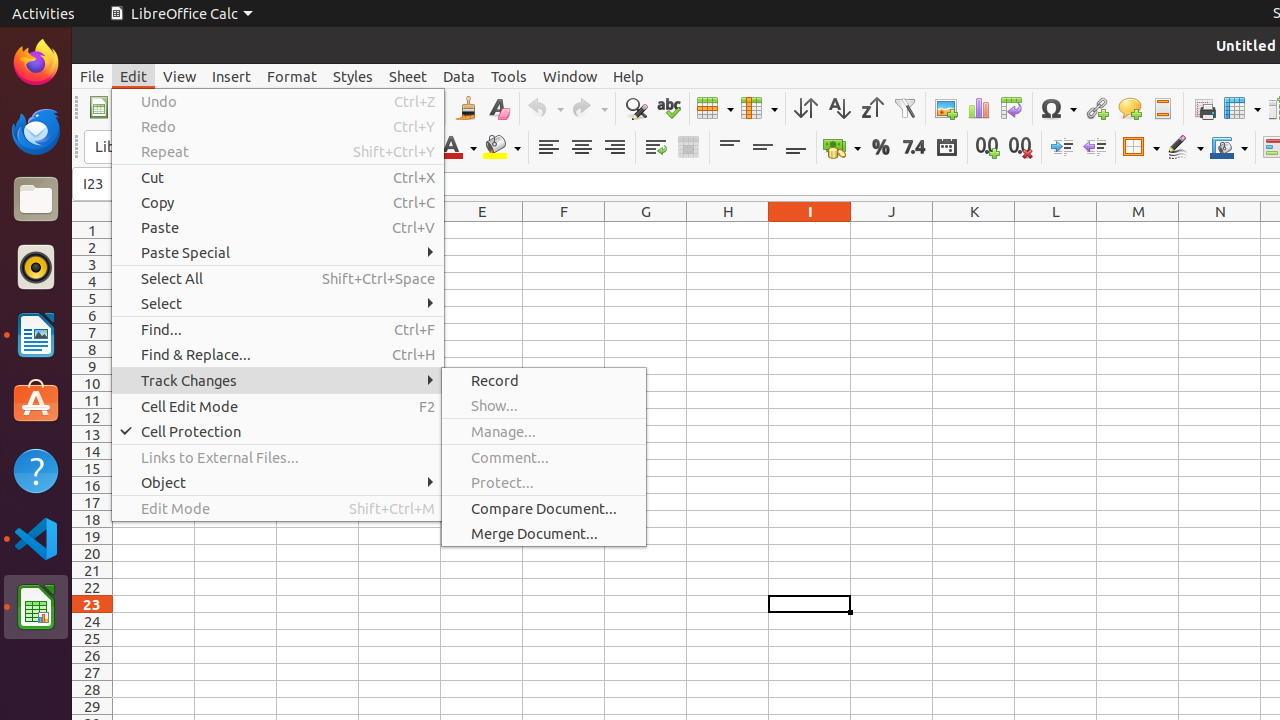 The image size is (1280, 720). What do you see at coordinates (580, 146) in the screenshot?
I see `'Align Center'` at bounding box center [580, 146].